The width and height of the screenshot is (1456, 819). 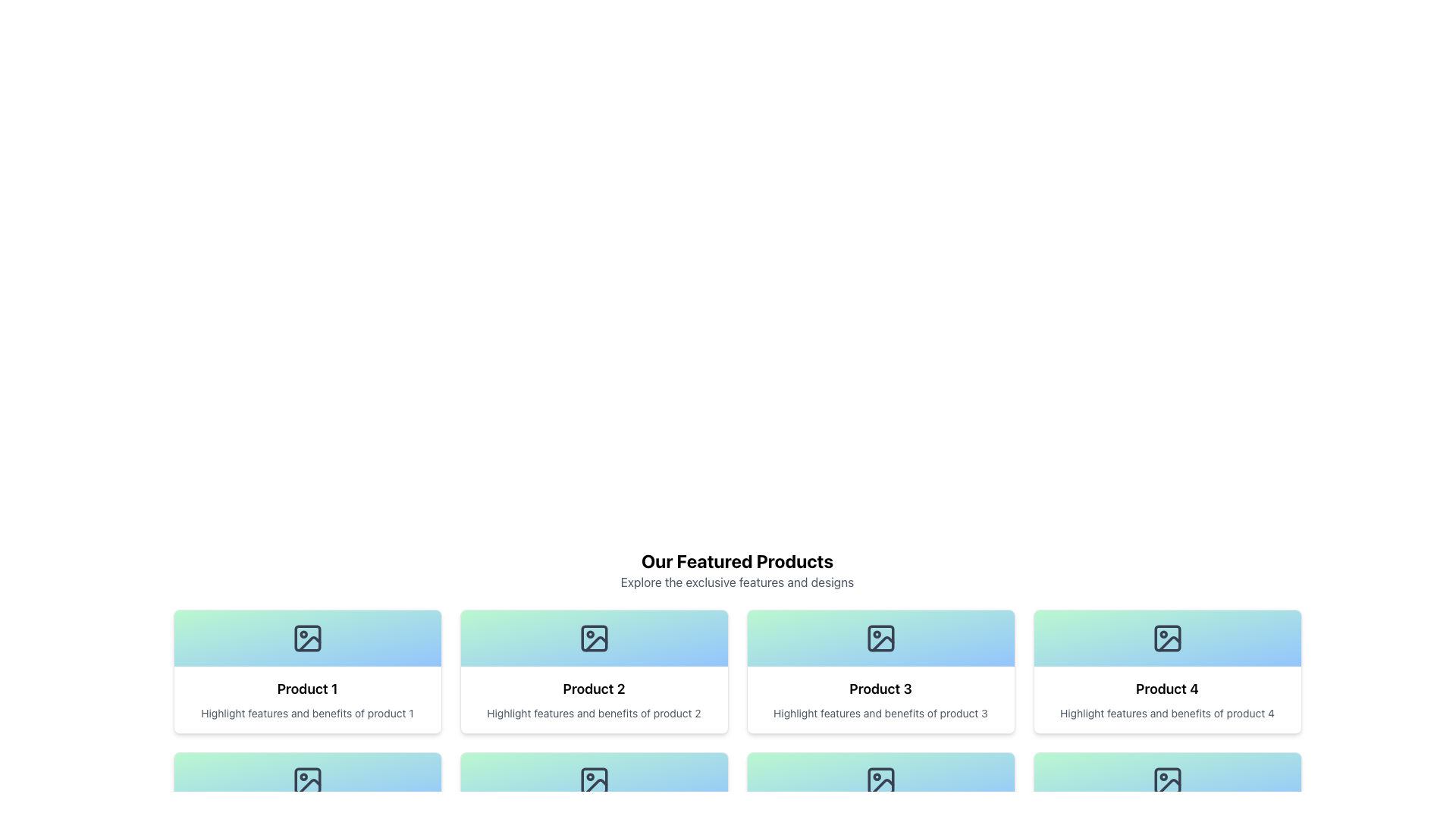 What do you see at coordinates (880, 671) in the screenshot?
I see `the Display card for 'Product 3', which is located in the upper row, third column of the grid layout` at bounding box center [880, 671].